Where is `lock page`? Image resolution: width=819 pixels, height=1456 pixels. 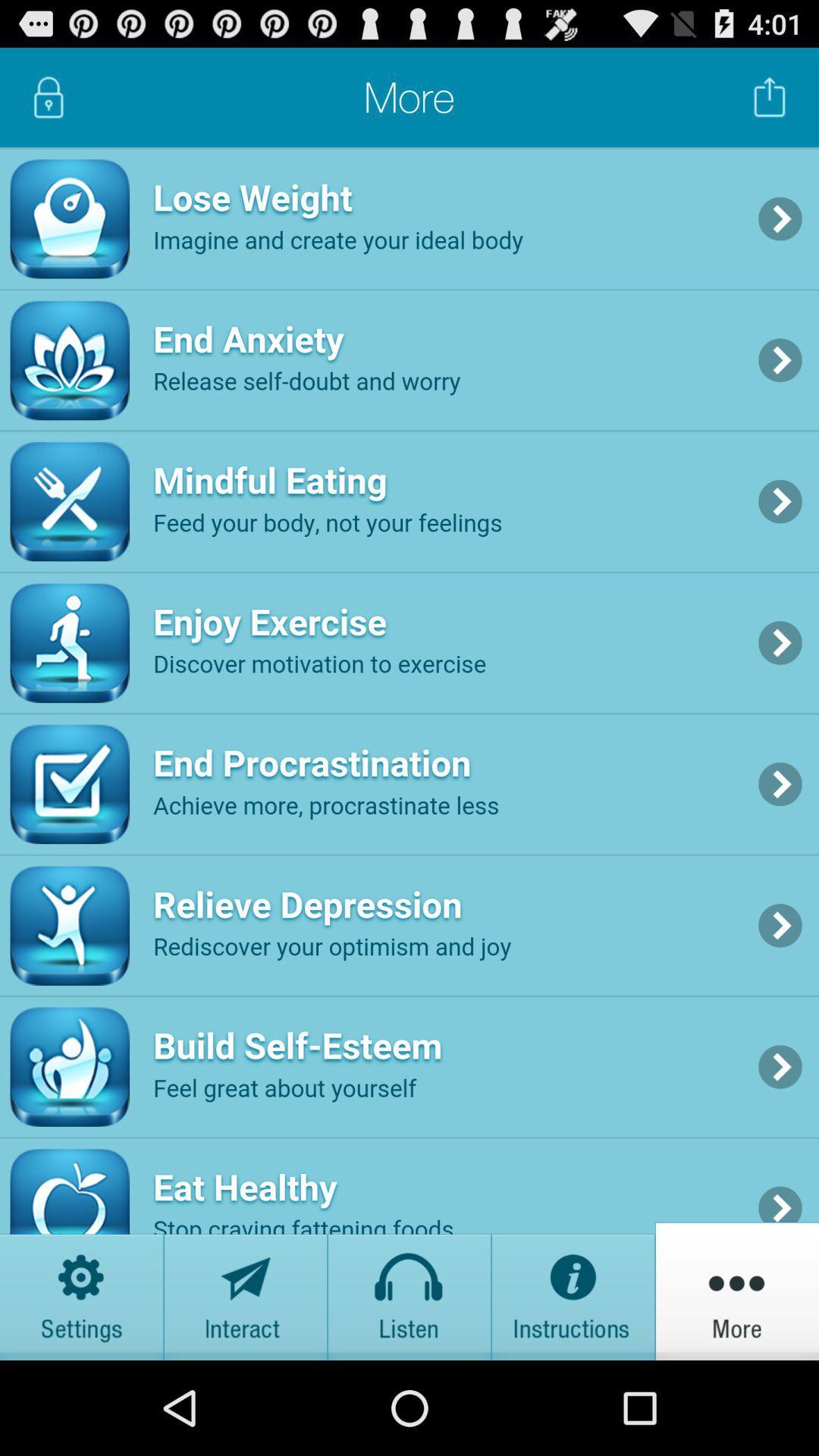
lock page is located at coordinates (48, 96).